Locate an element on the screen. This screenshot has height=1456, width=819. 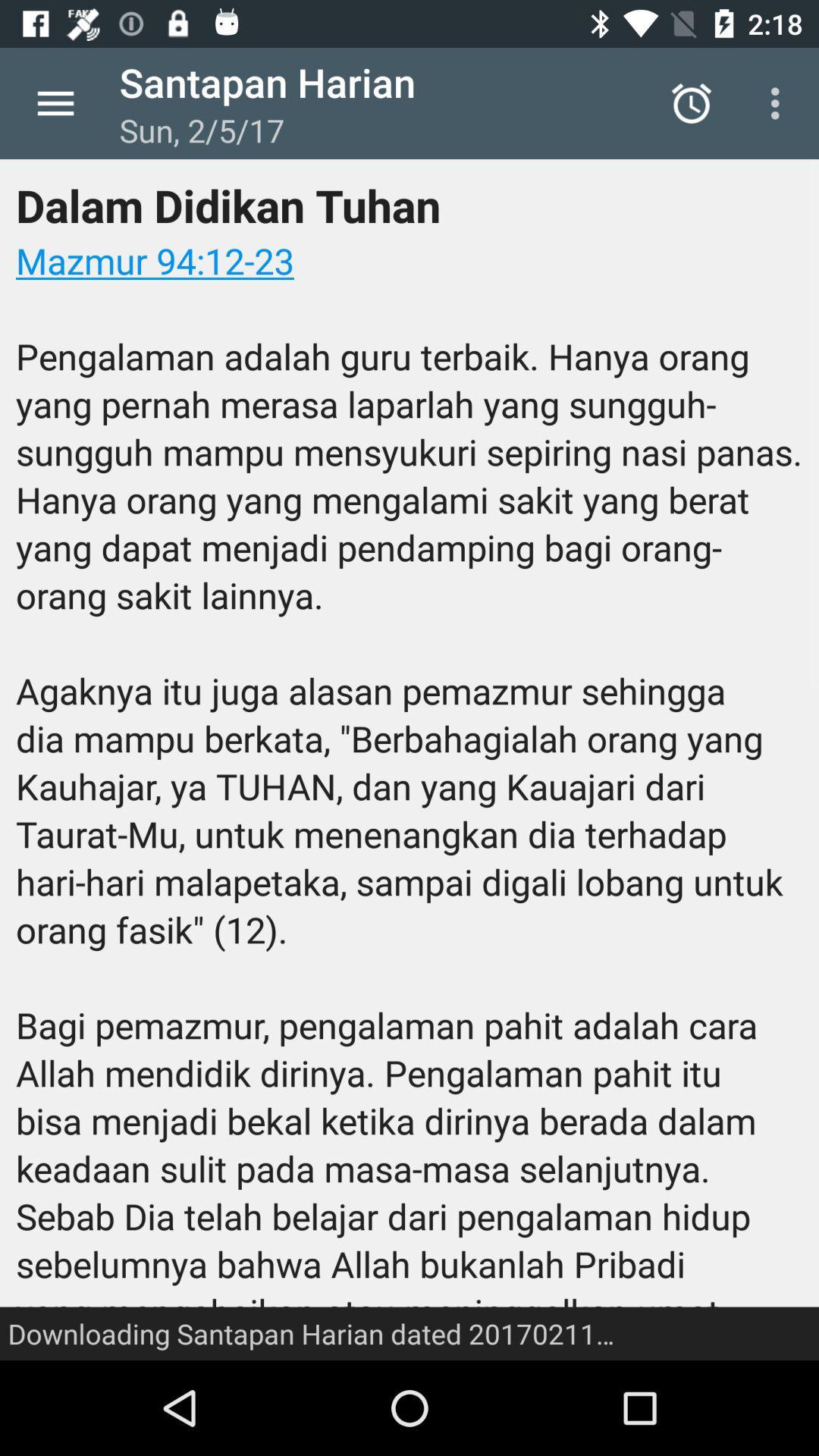
the dalam didikan tuhan is located at coordinates (409, 760).